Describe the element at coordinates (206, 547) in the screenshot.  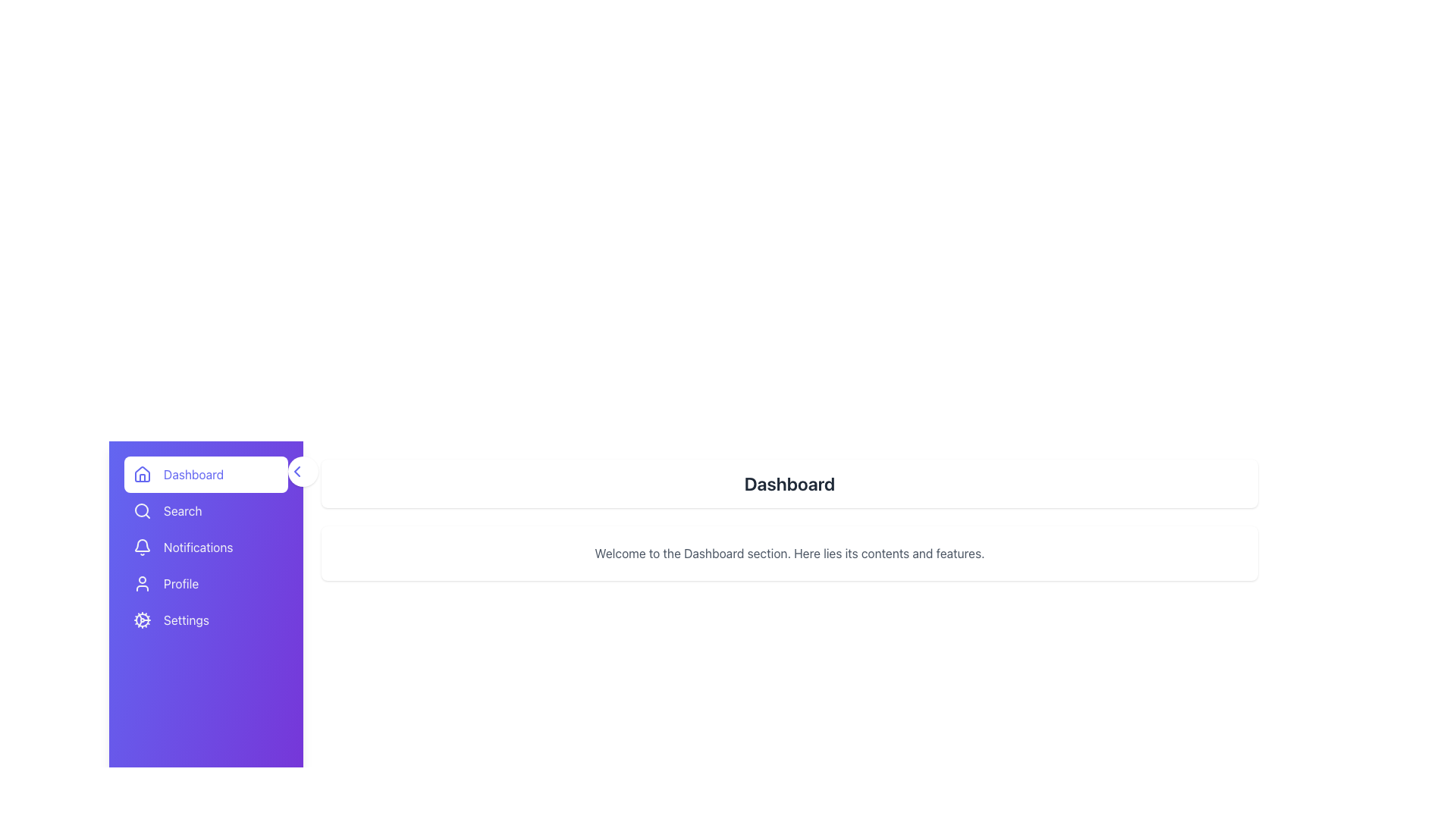
I see `the 'Notifications' button with a bell icon, which is the third item in the vertical sidebar list` at that location.